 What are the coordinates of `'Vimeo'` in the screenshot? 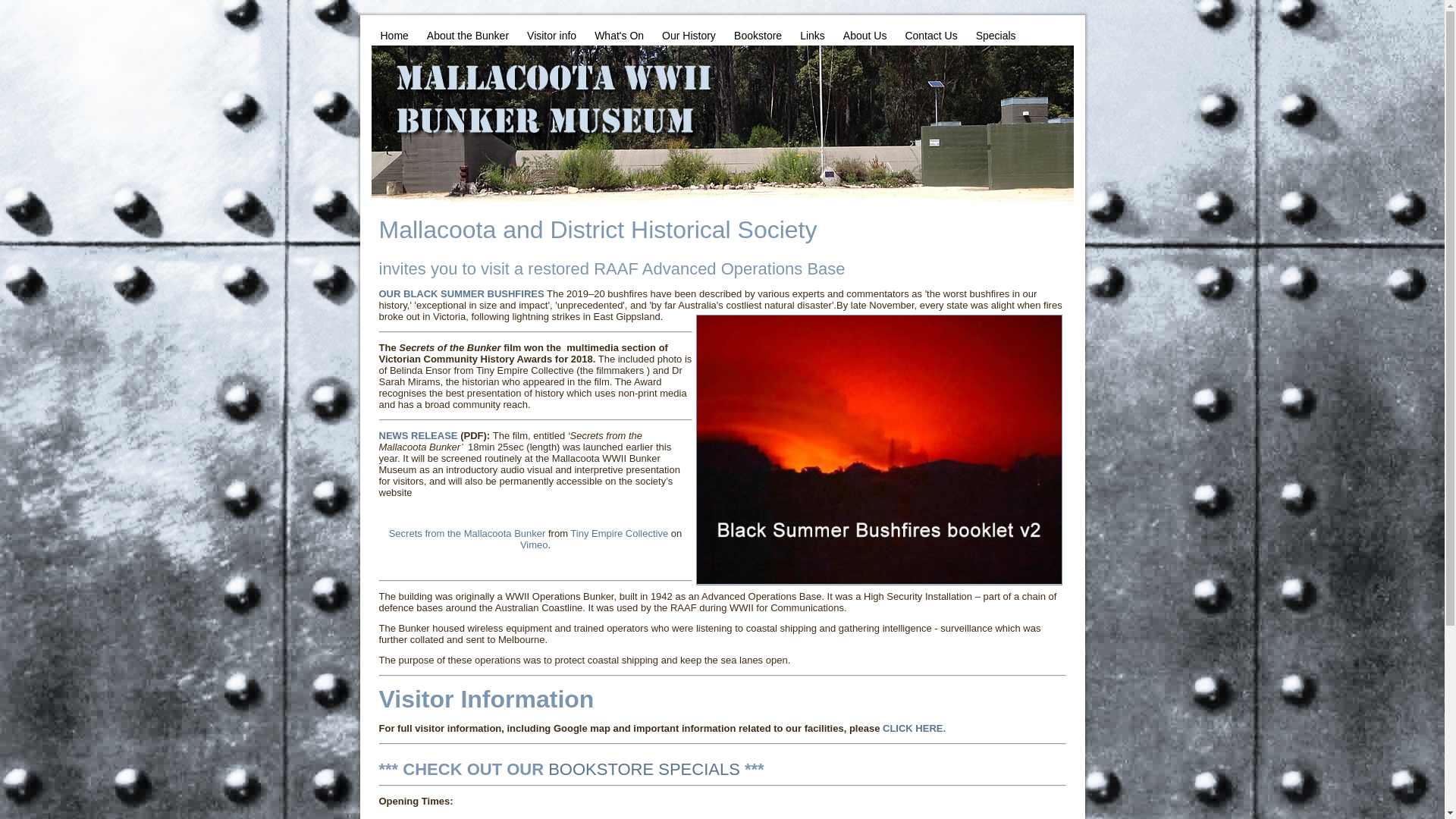 It's located at (534, 544).